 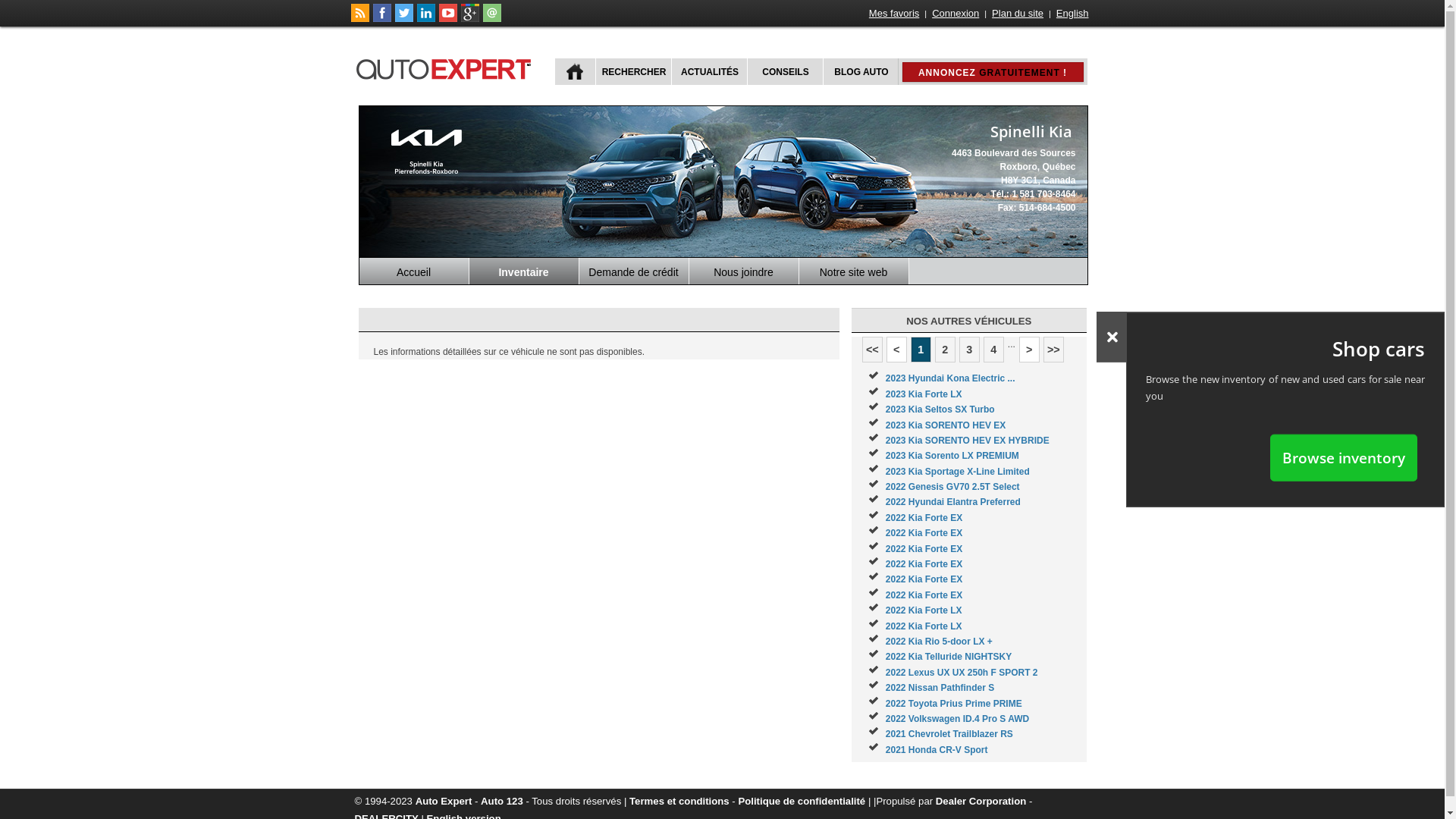 I want to click on 'Suivez autoExpert.ca sur Youtube', so click(x=447, y=18).